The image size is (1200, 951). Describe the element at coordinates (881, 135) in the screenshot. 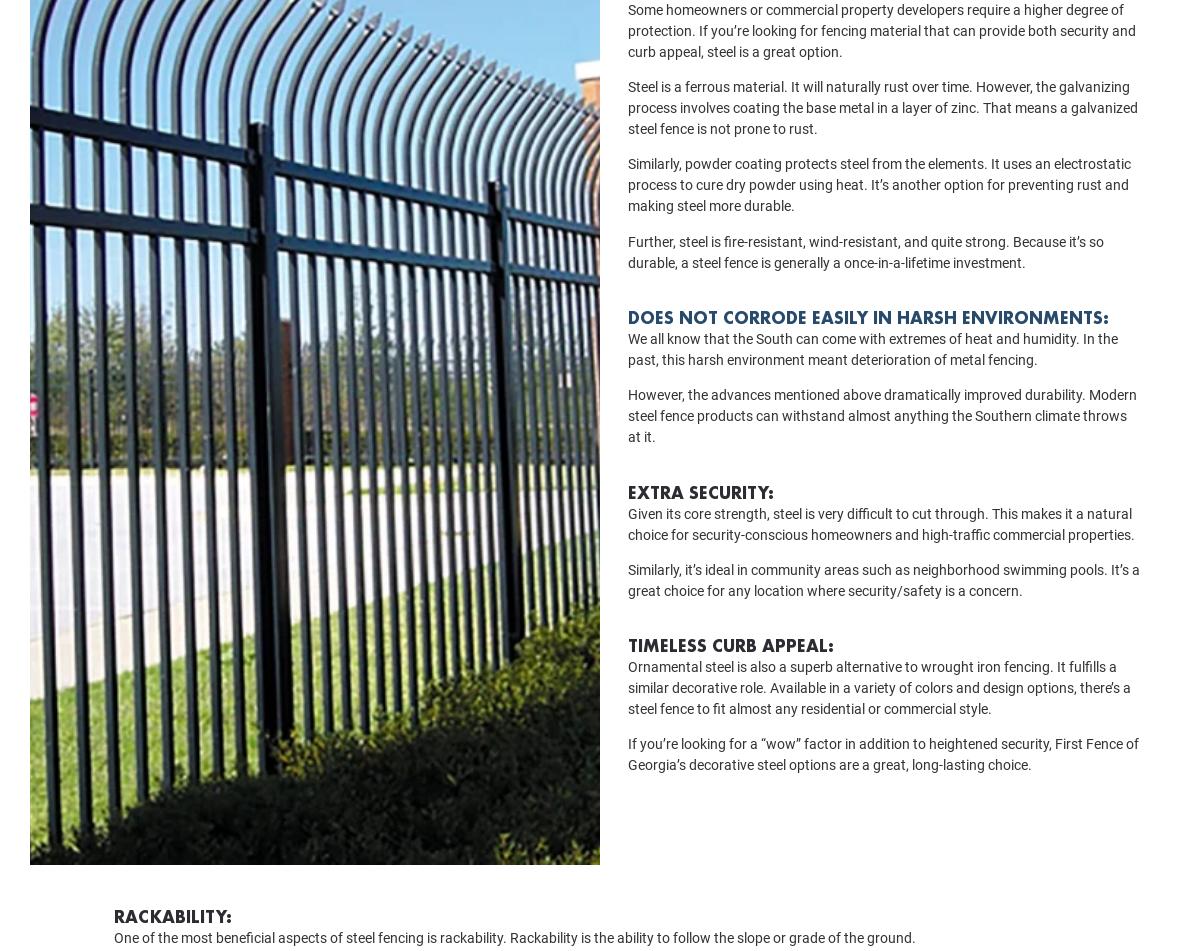

I see `'Steel is a ferrous material. It will naturally rust over time. However, the galvanizing process involves coating the base metal in a layer of zinc. That means a galvanized steel fence is not prone to rust.'` at that location.